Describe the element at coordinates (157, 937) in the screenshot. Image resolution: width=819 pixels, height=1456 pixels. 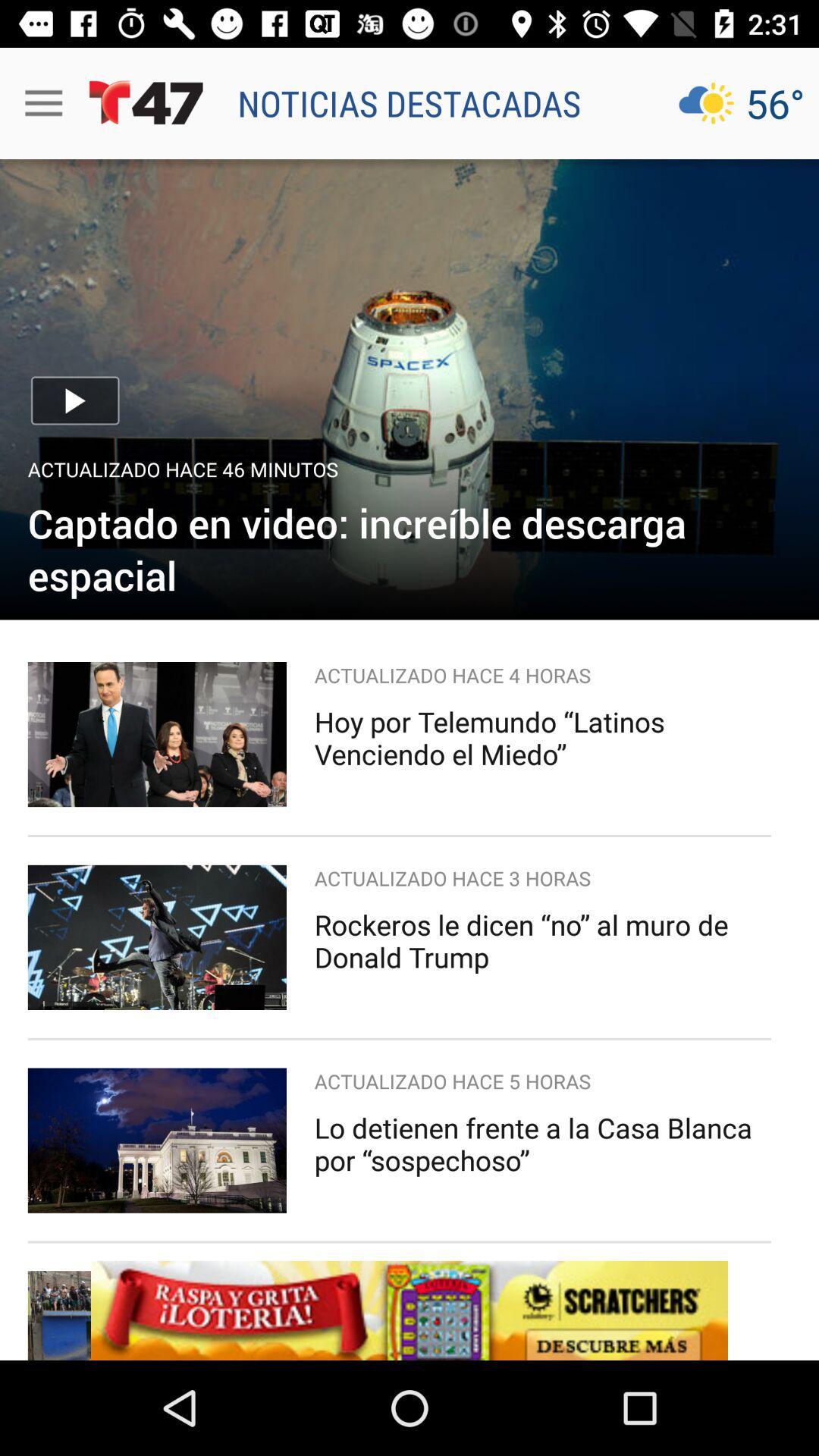
I see `the second image under video` at that location.